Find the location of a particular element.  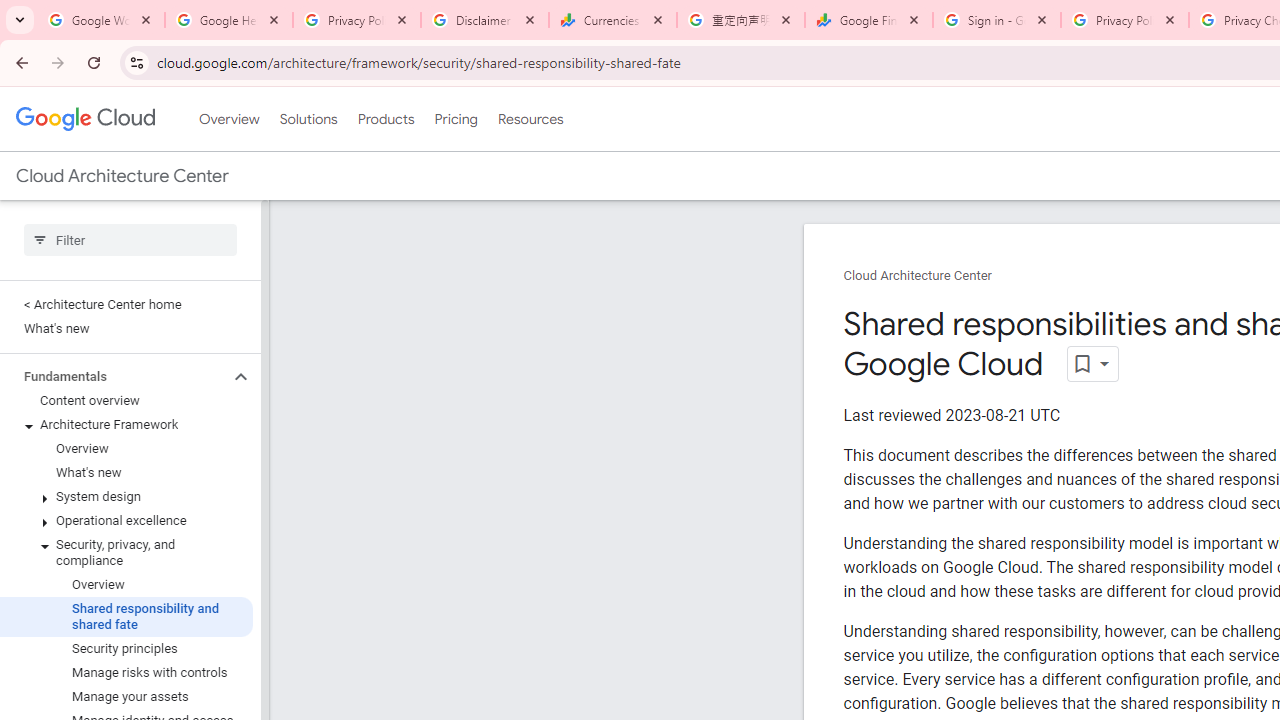

'Pricing' is located at coordinates (454, 119).